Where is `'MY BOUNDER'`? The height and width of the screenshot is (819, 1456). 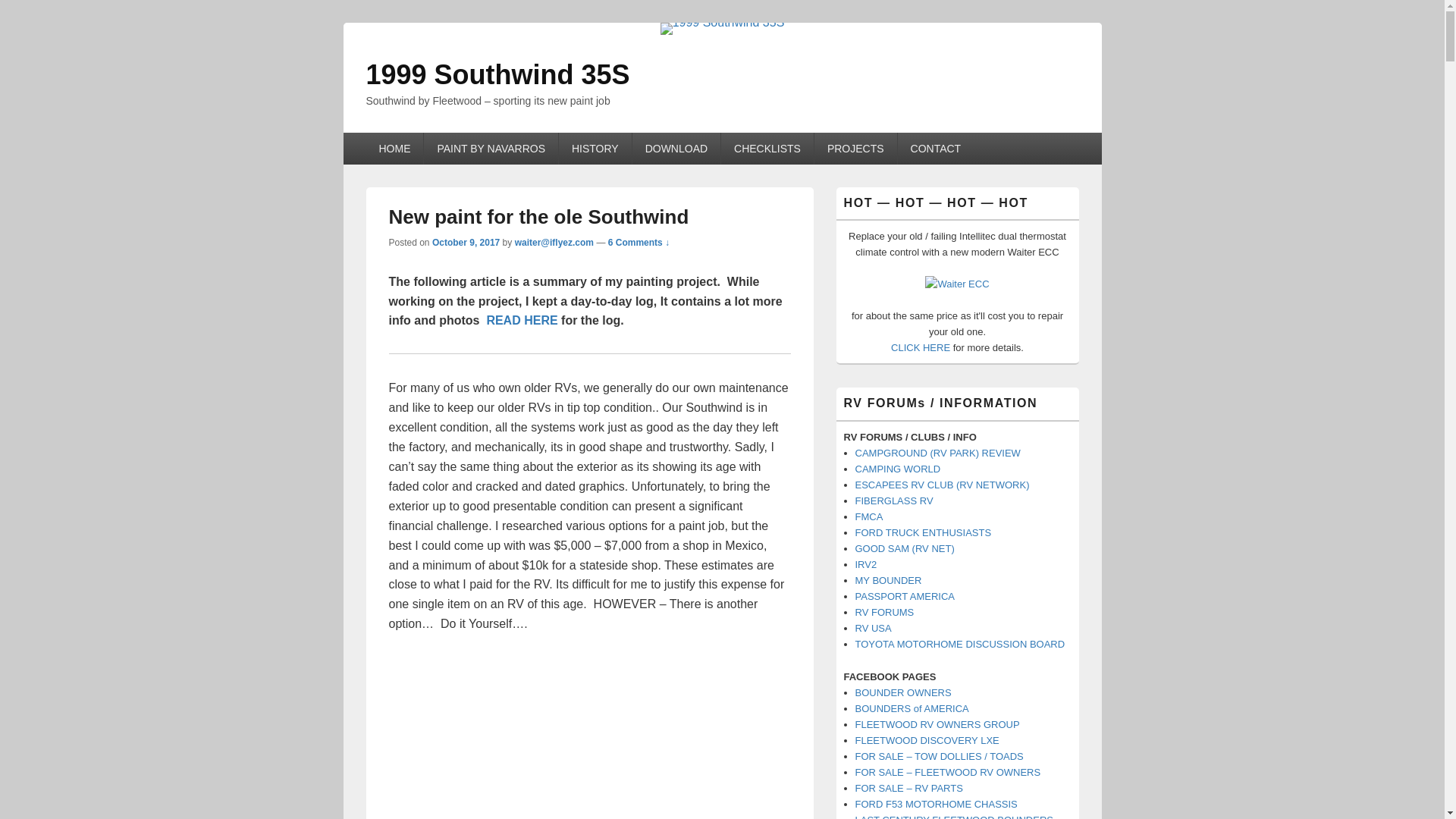 'MY BOUNDER' is located at coordinates (855, 580).